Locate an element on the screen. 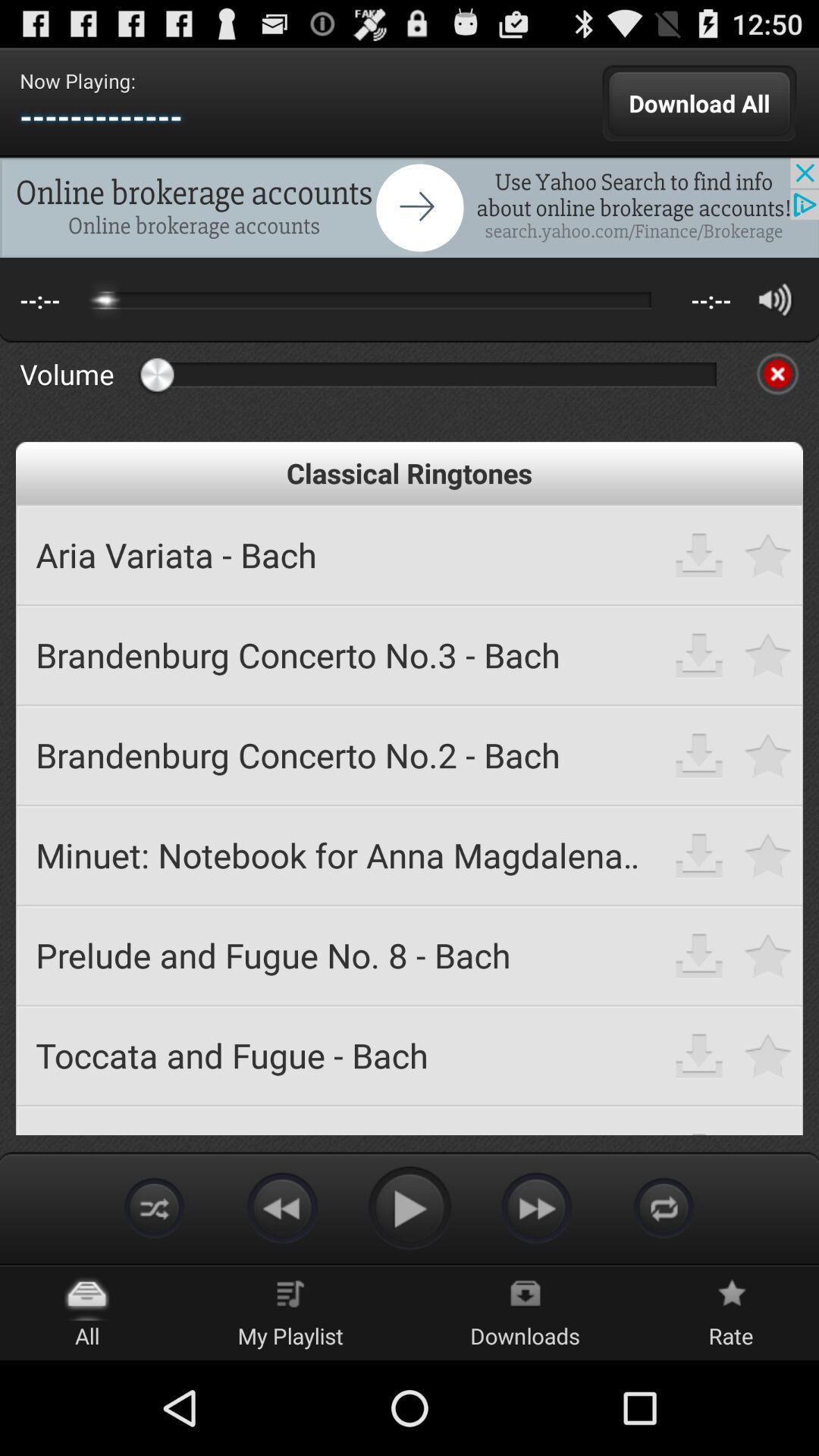 This screenshot has height=1456, width=819. to make it as favorite ringtone is located at coordinates (768, 554).